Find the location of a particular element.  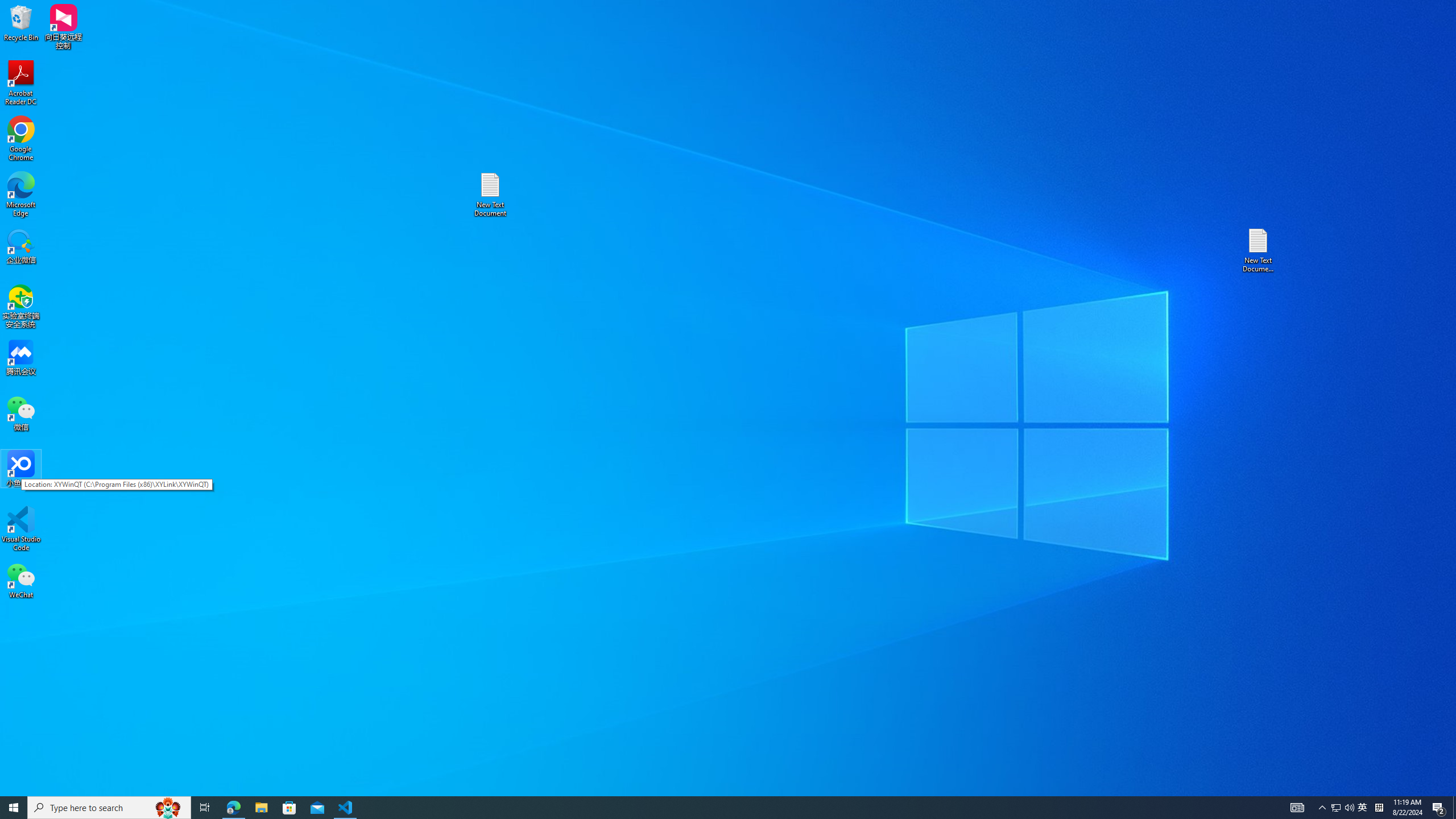

'Microsoft Edge' is located at coordinates (20, 194).